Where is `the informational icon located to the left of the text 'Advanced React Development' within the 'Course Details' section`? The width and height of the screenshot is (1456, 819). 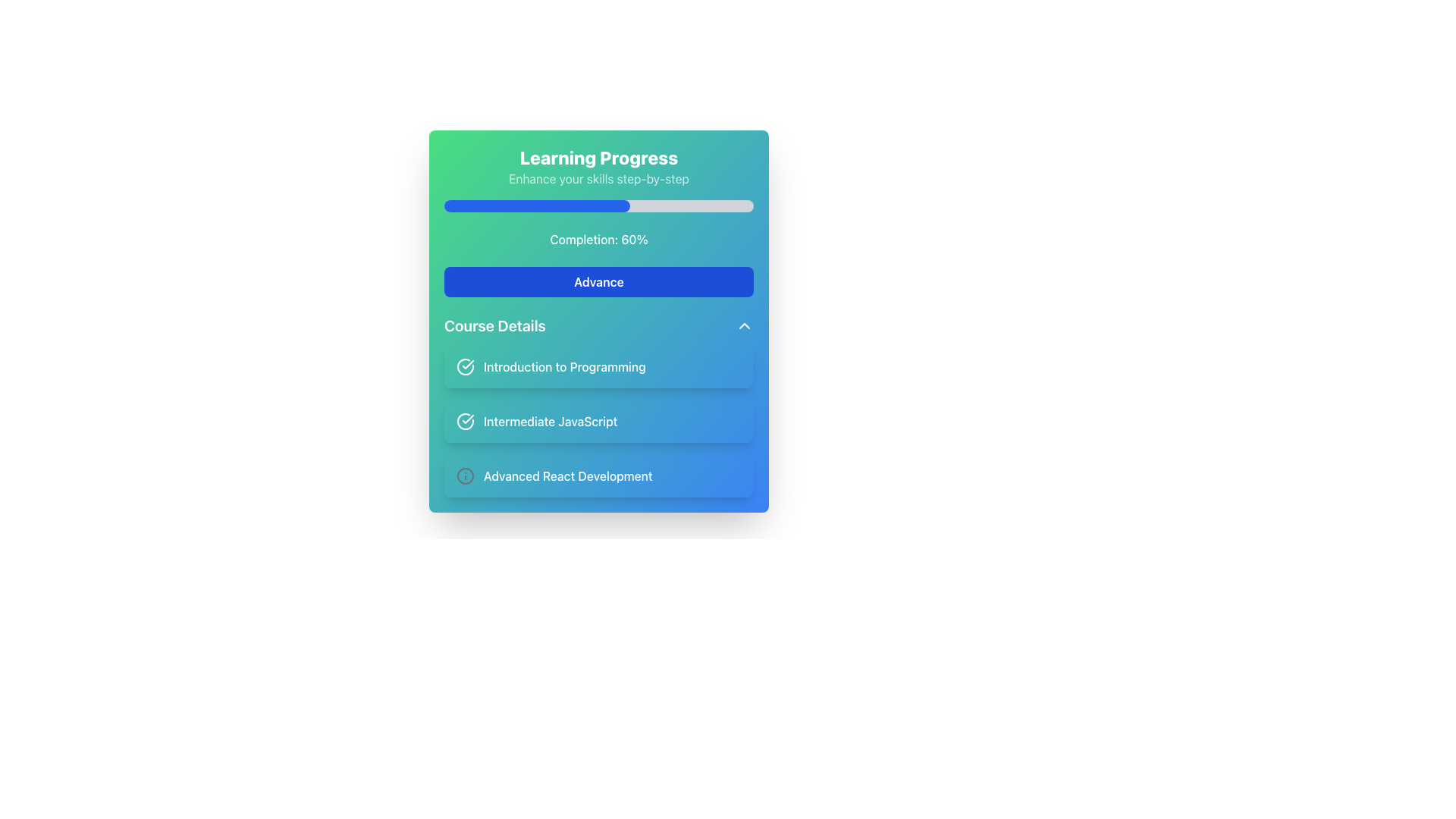 the informational icon located to the left of the text 'Advanced React Development' within the 'Course Details' section is located at coordinates (465, 475).